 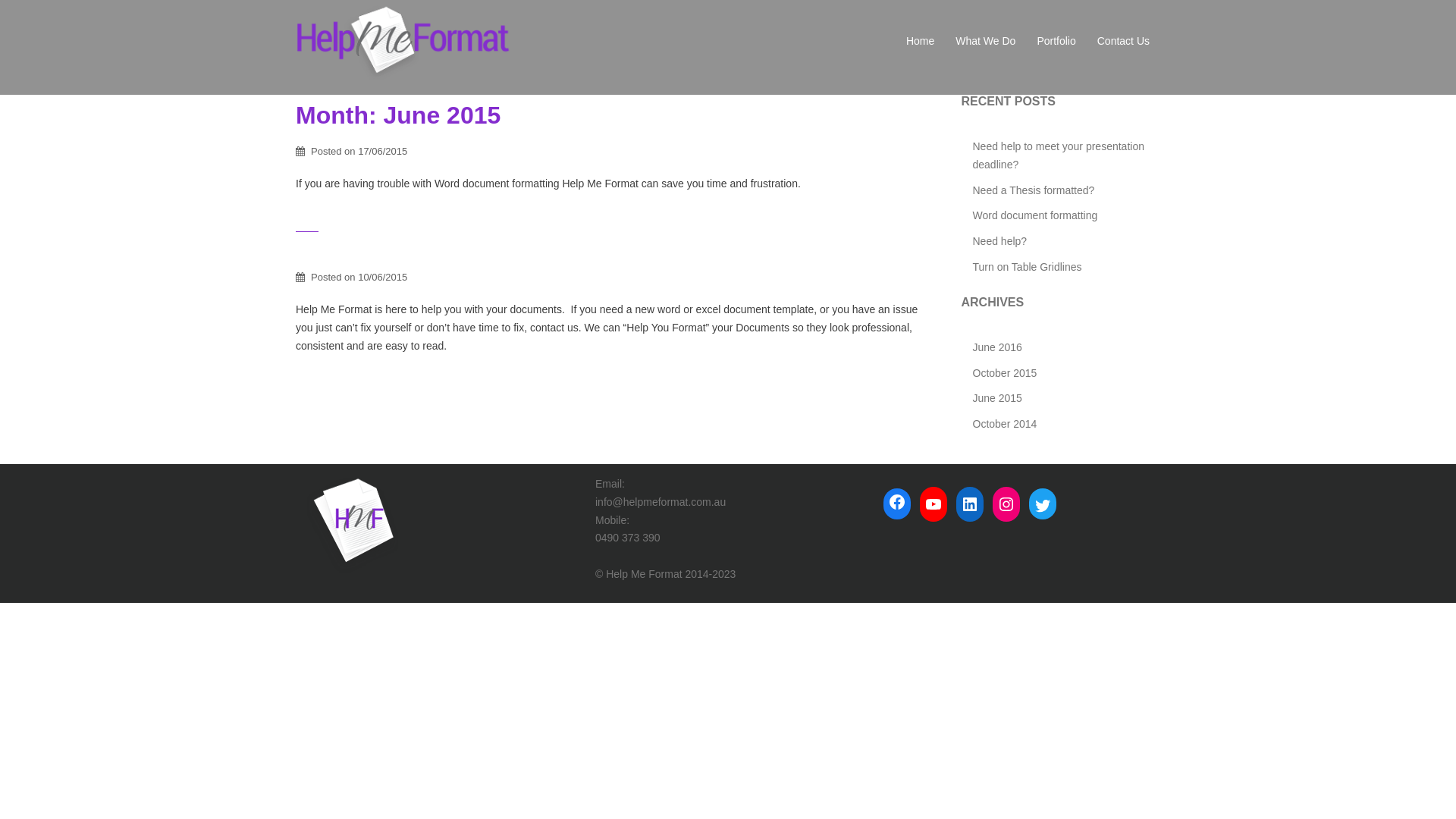 I want to click on 'Need a Thesis formatted?', so click(x=1032, y=189).